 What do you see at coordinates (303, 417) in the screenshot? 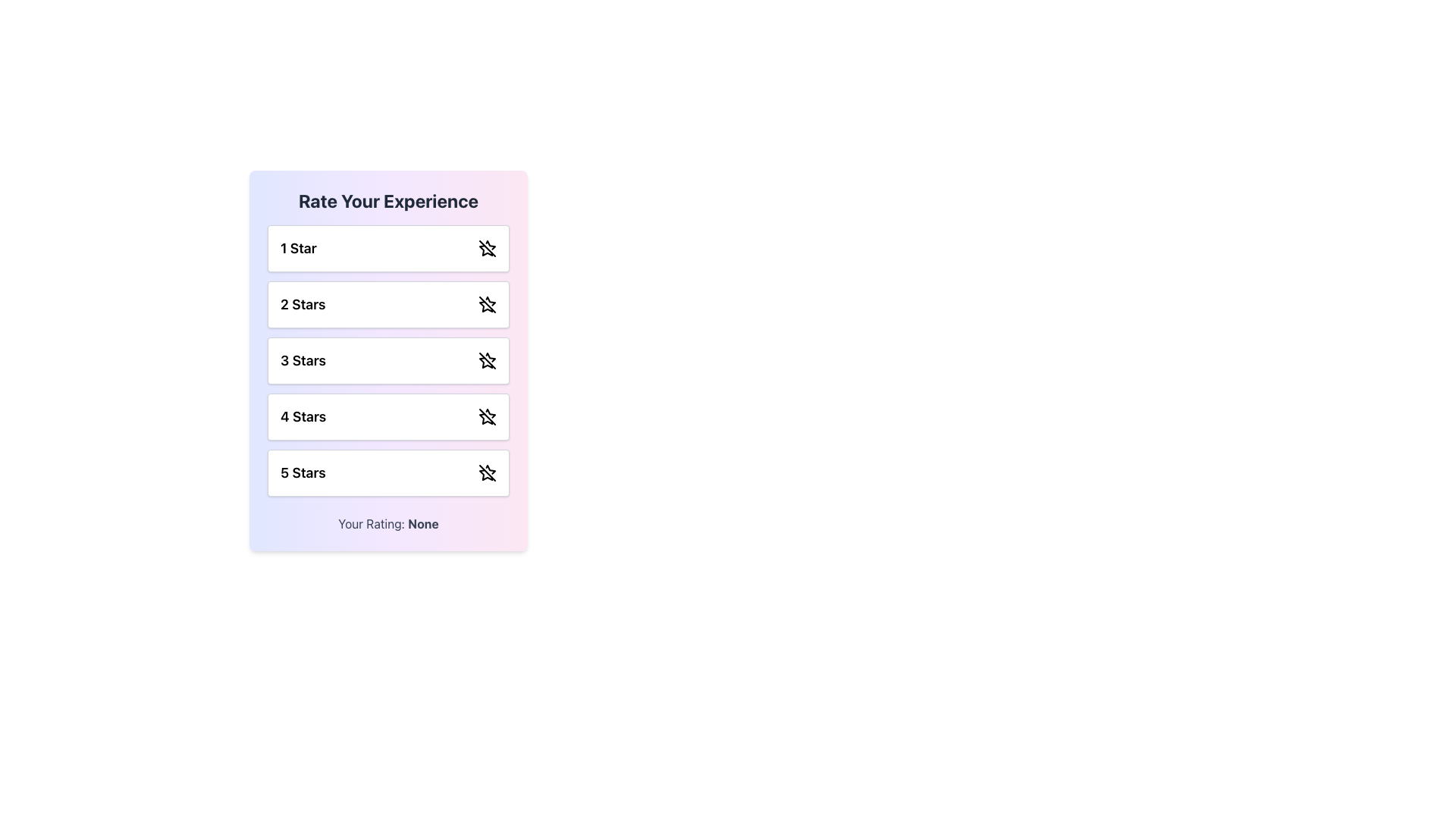
I see `the text label displaying '4 Stars', which is the fourth item in a vertical list of star ratings, positioned between '3 Stars' and '5 Stars'` at bounding box center [303, 417].